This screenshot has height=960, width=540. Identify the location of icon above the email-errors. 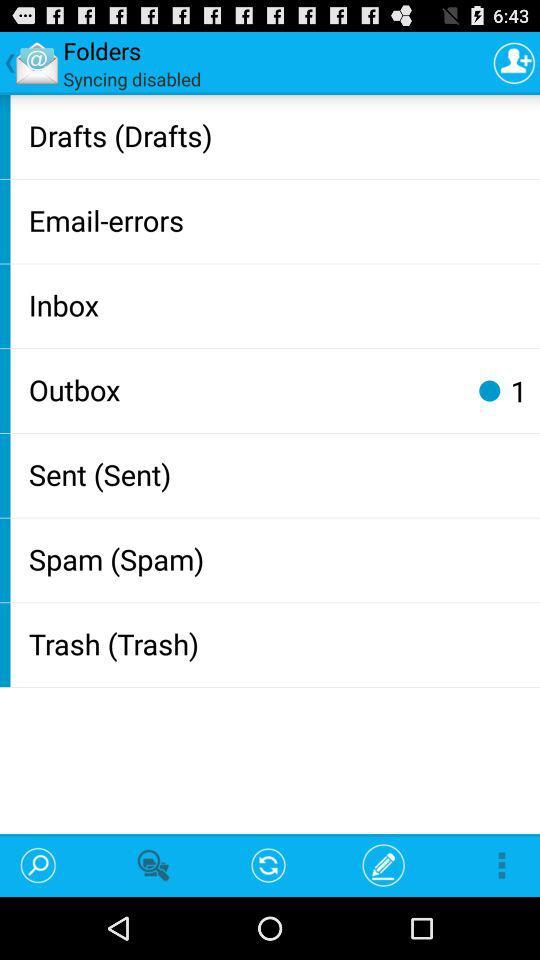
(279, 134).